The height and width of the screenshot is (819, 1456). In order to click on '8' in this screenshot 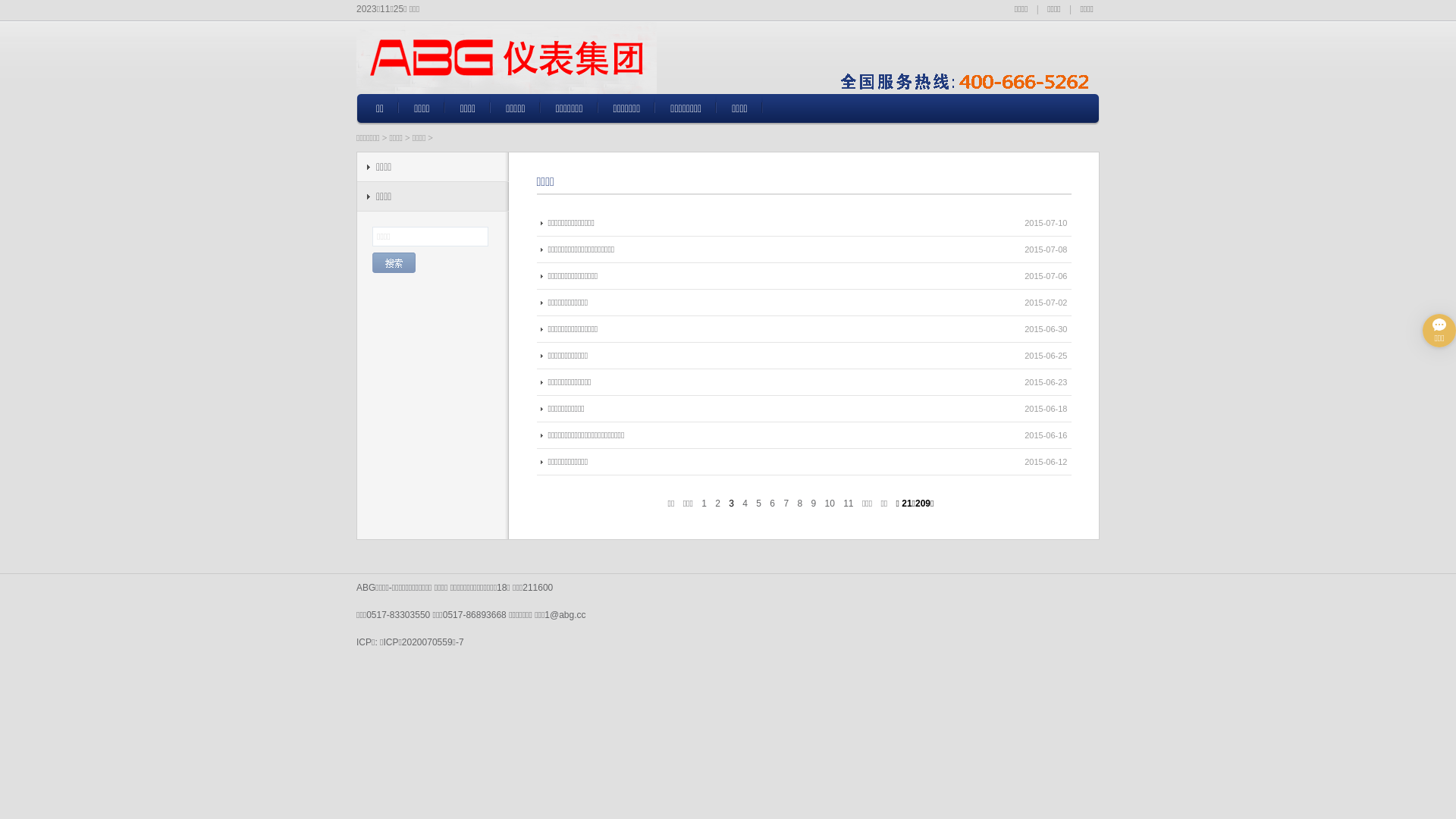, I will do `click(799, 503)`.